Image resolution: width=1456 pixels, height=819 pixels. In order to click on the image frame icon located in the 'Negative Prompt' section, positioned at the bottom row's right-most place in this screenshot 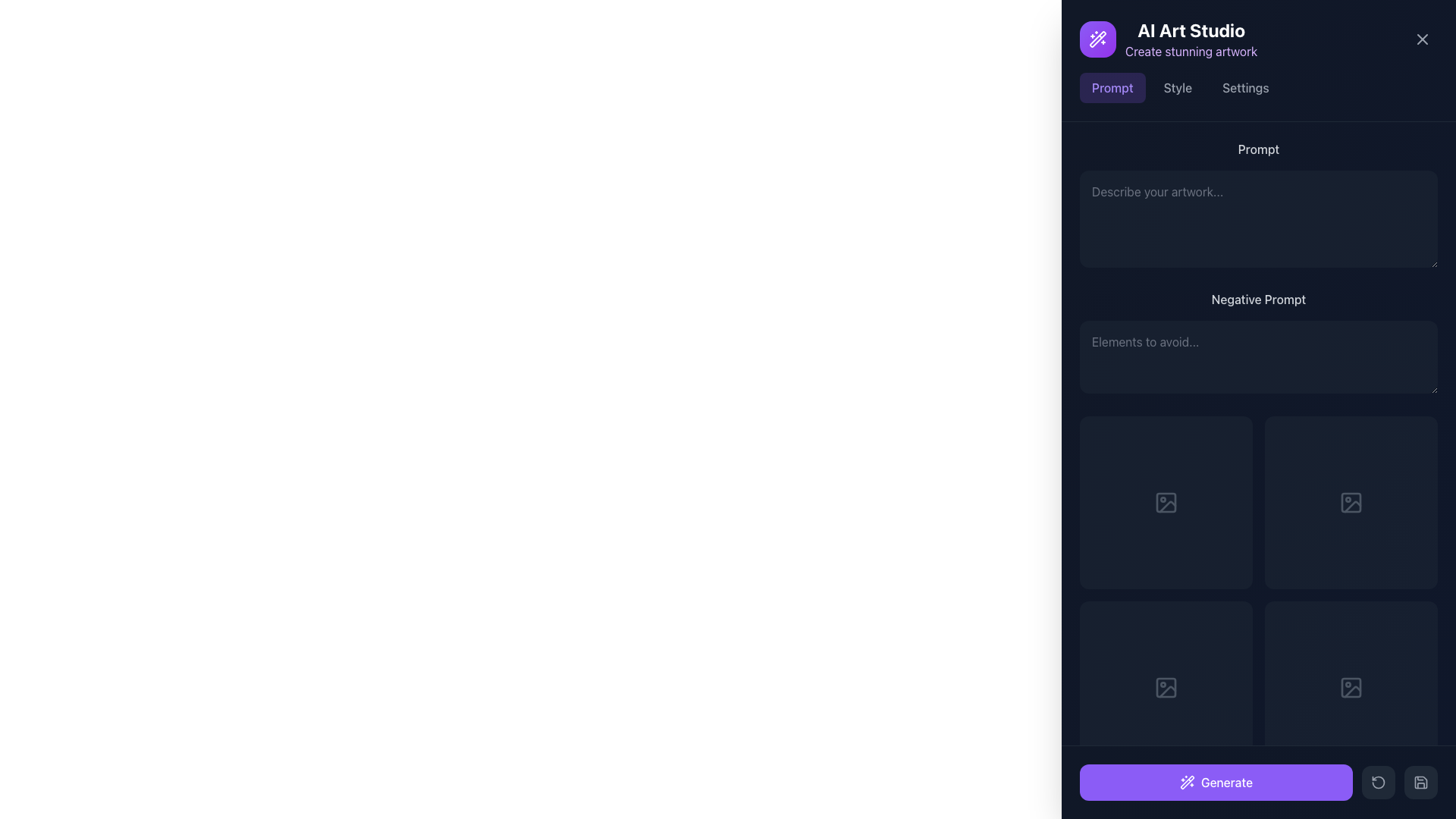, I will do `click(1351, 503)`.